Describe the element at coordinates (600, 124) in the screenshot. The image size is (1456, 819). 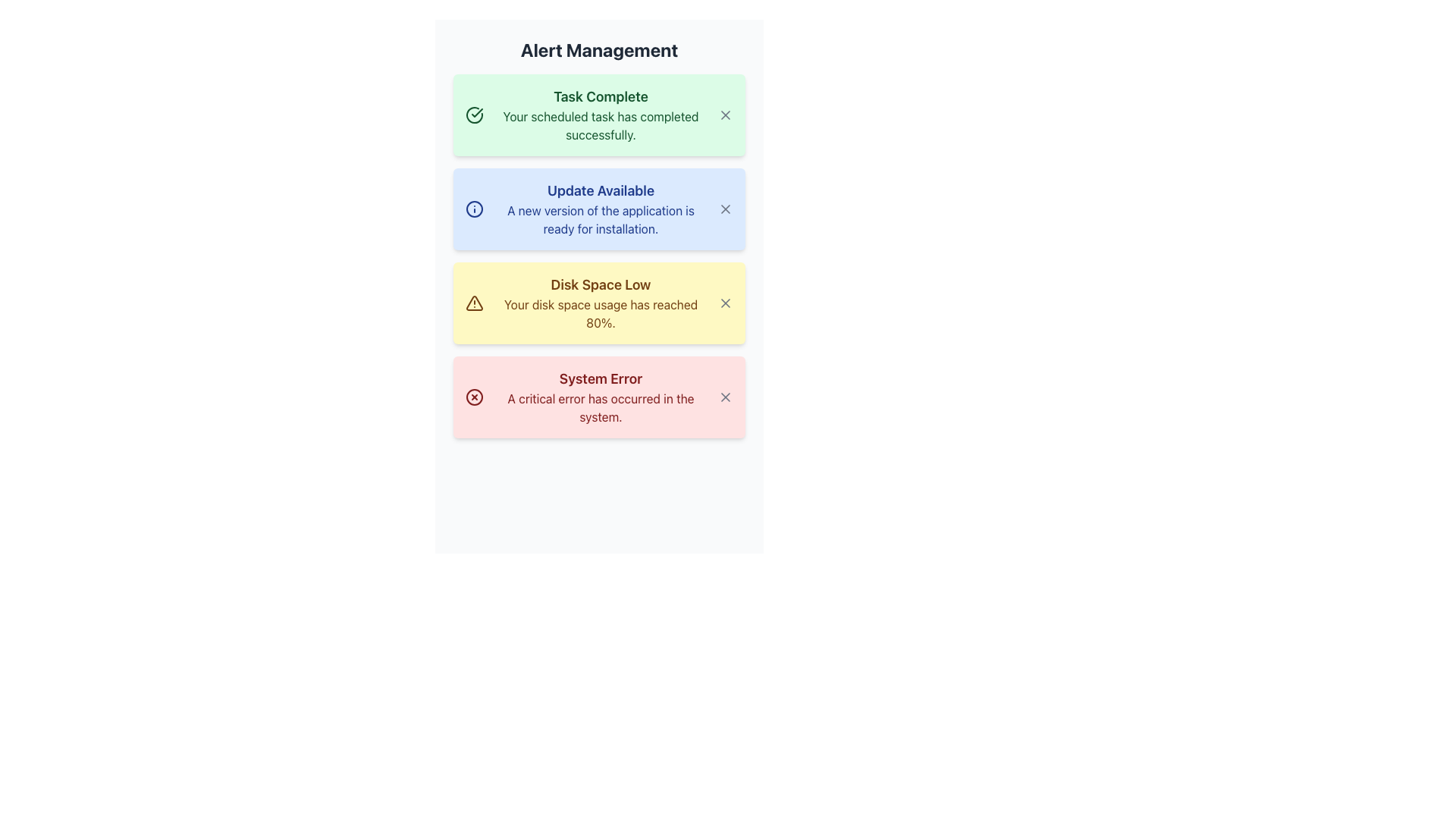
I see `success notification text that appears below the bold text 'Task Complete' in the first alert of the notification list` at that location.